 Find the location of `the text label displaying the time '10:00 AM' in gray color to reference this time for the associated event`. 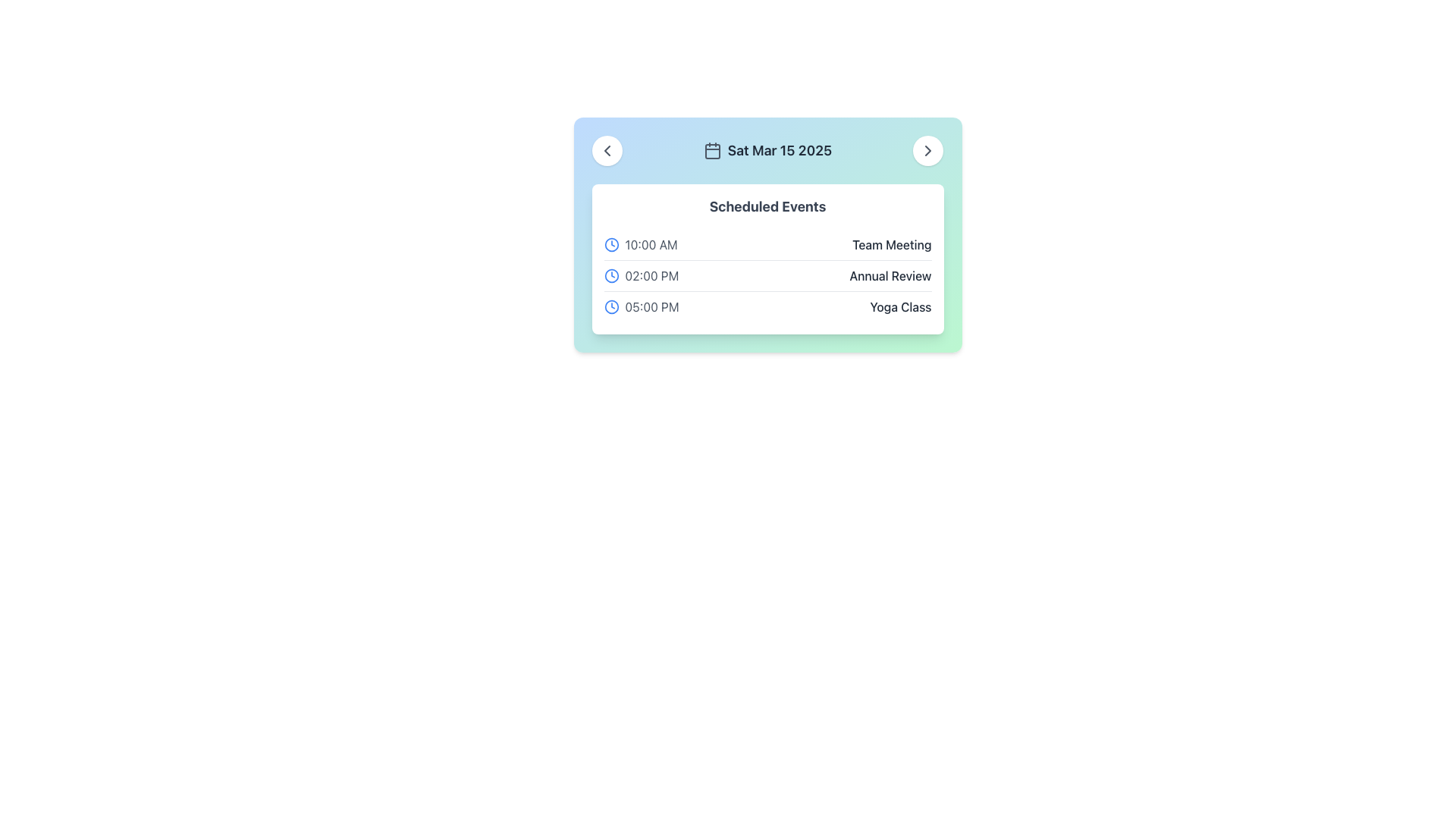

the text label displaying the time '10:00 AM' in gray color to reference this time for the associated event is located at coordinates (651, 244).